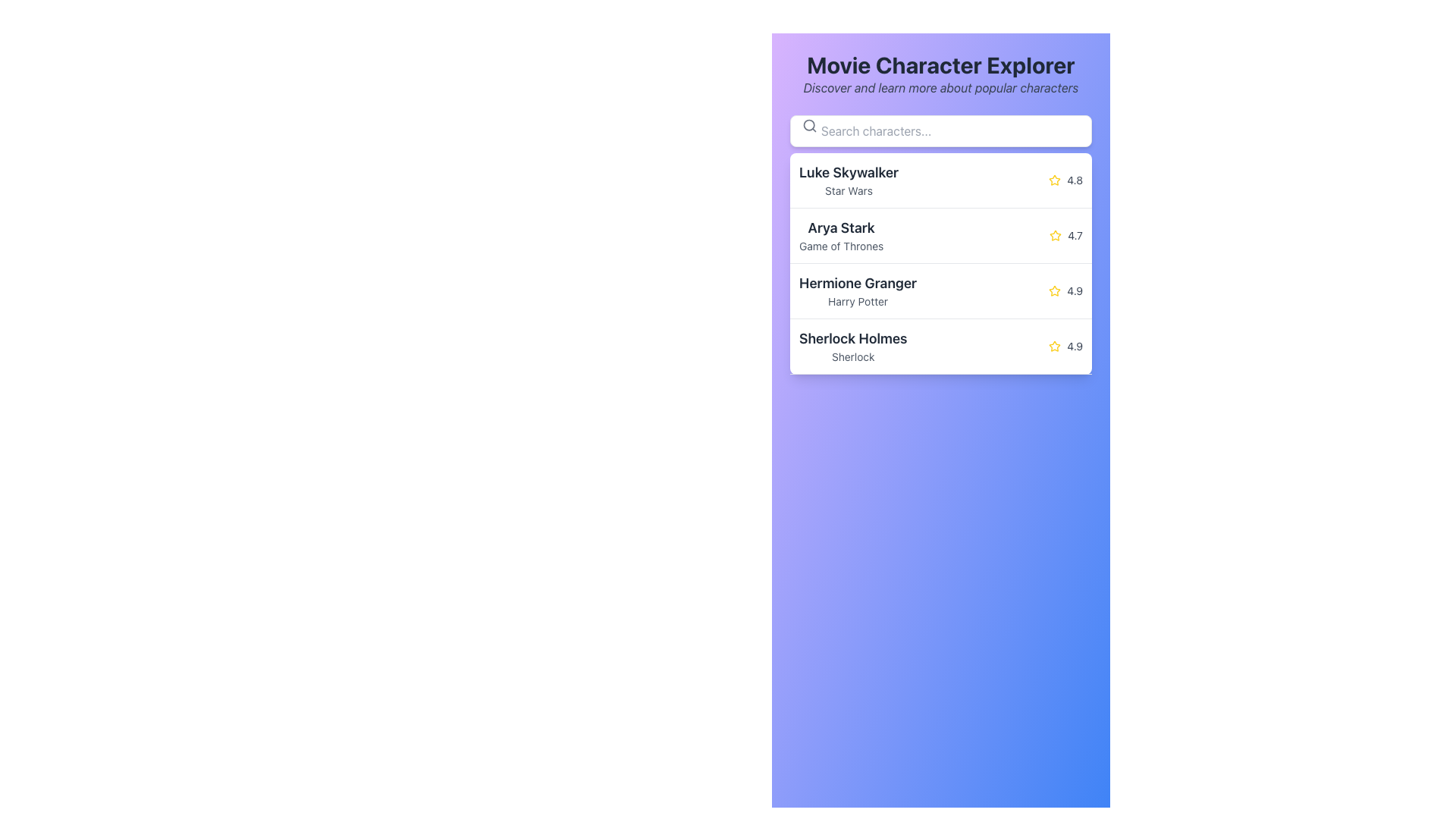 This screenshot has height=819, width=1456. I want to click on the text label 'Star Wars' which is styled in gray and located beneath 'Luke Skywalker' in the list, so click(848, 190).